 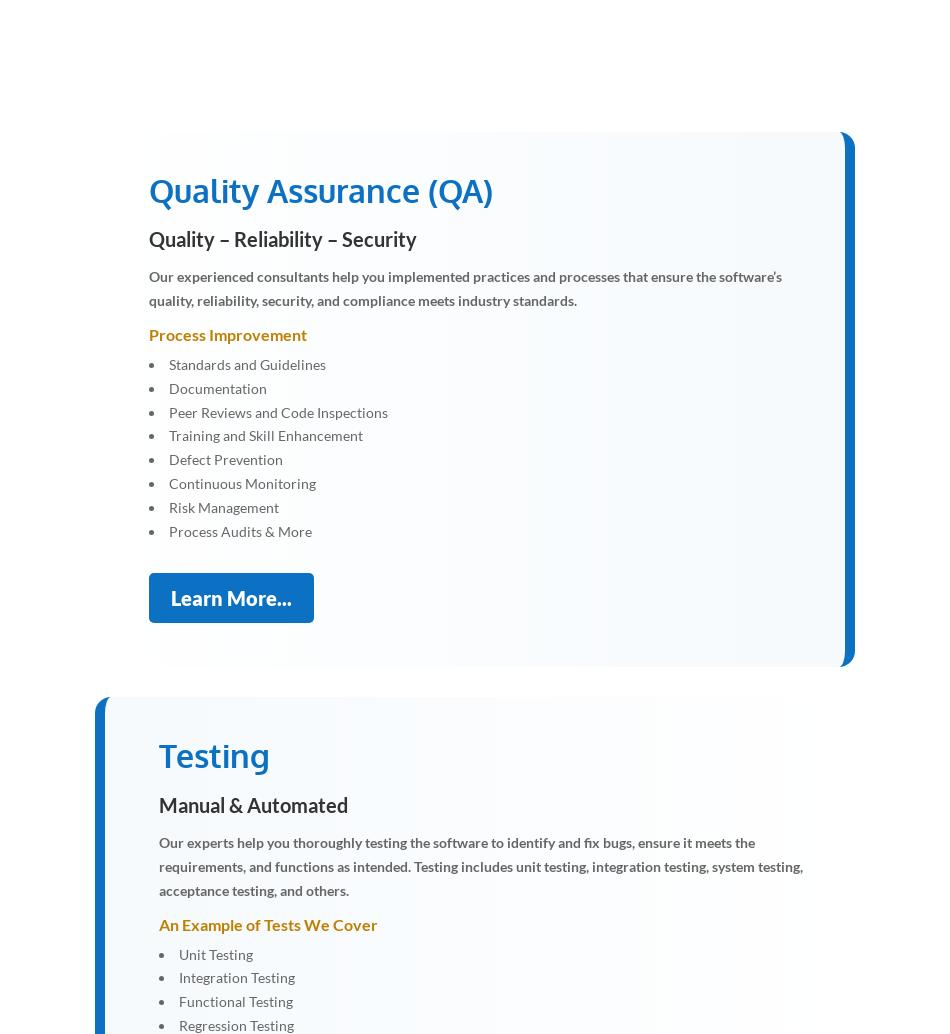 I want to click on 'Standards and Guidelines', so click(x=169, y=362).